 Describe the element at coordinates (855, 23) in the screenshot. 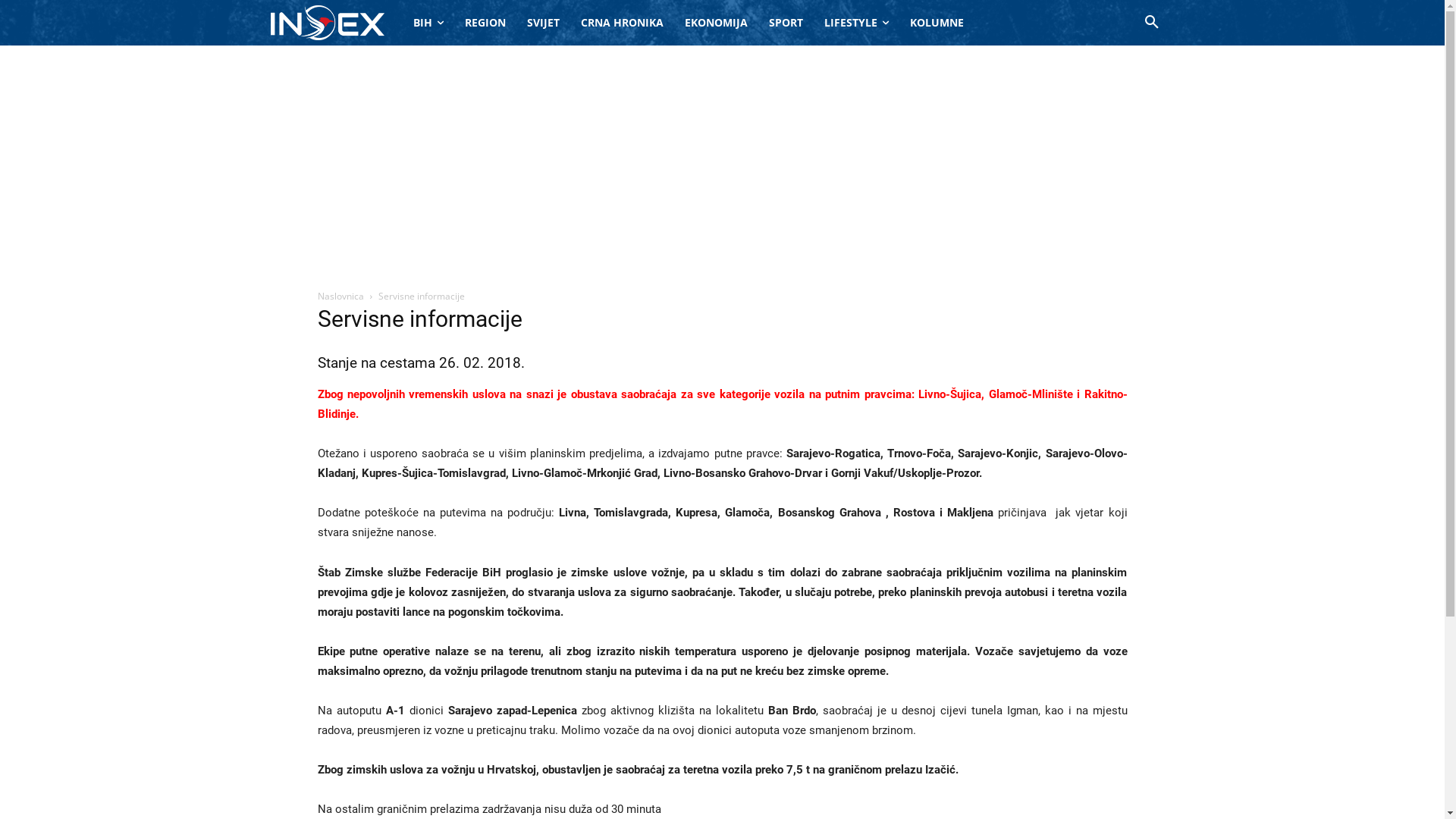

I see `'LIFESTYLE'` at that location.